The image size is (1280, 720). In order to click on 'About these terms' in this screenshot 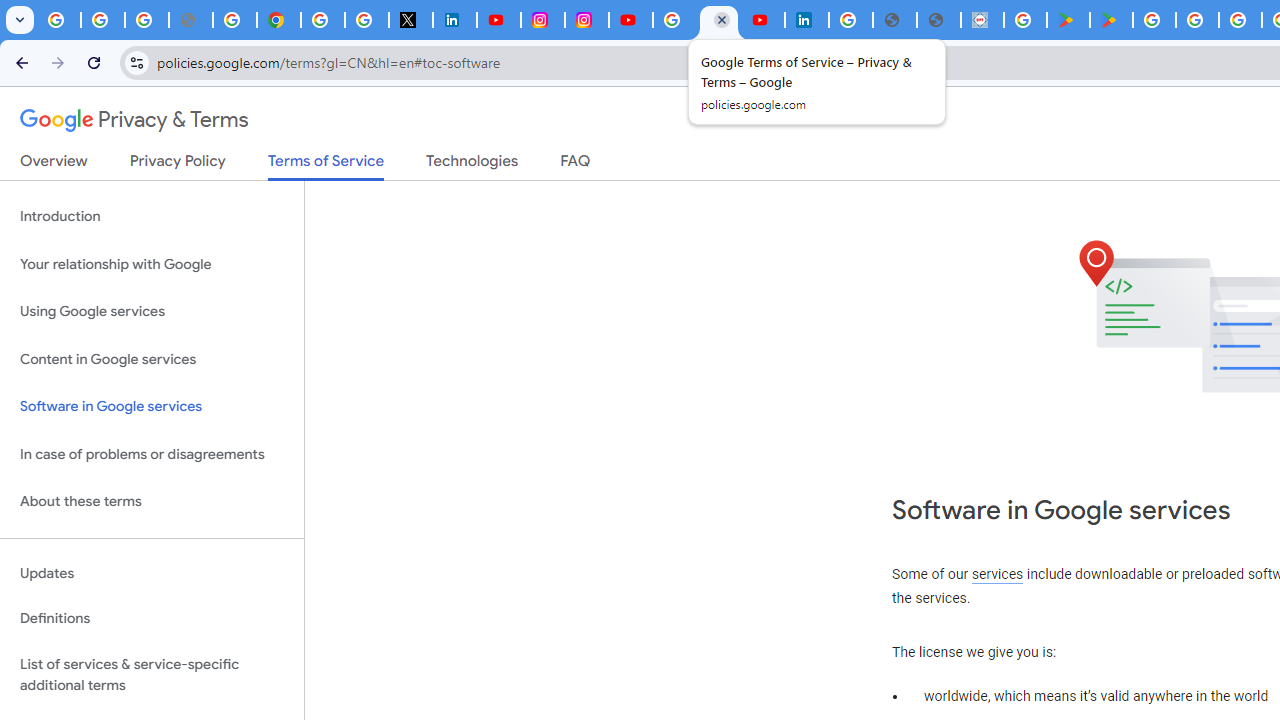, I will do `click(151, 501)`.